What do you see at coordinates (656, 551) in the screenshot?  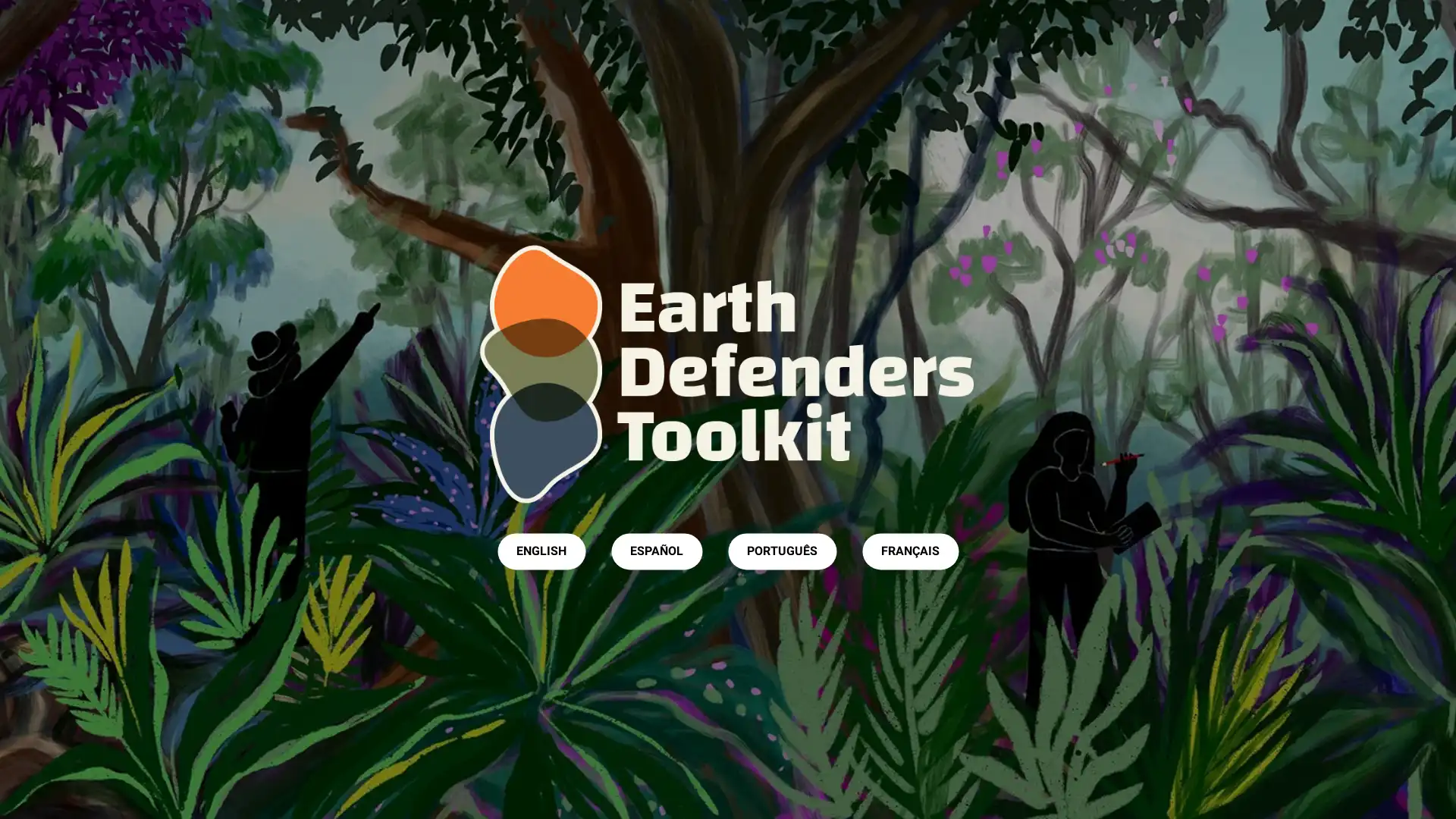 I see `ESPANOL` at bounding box center [656, 551].